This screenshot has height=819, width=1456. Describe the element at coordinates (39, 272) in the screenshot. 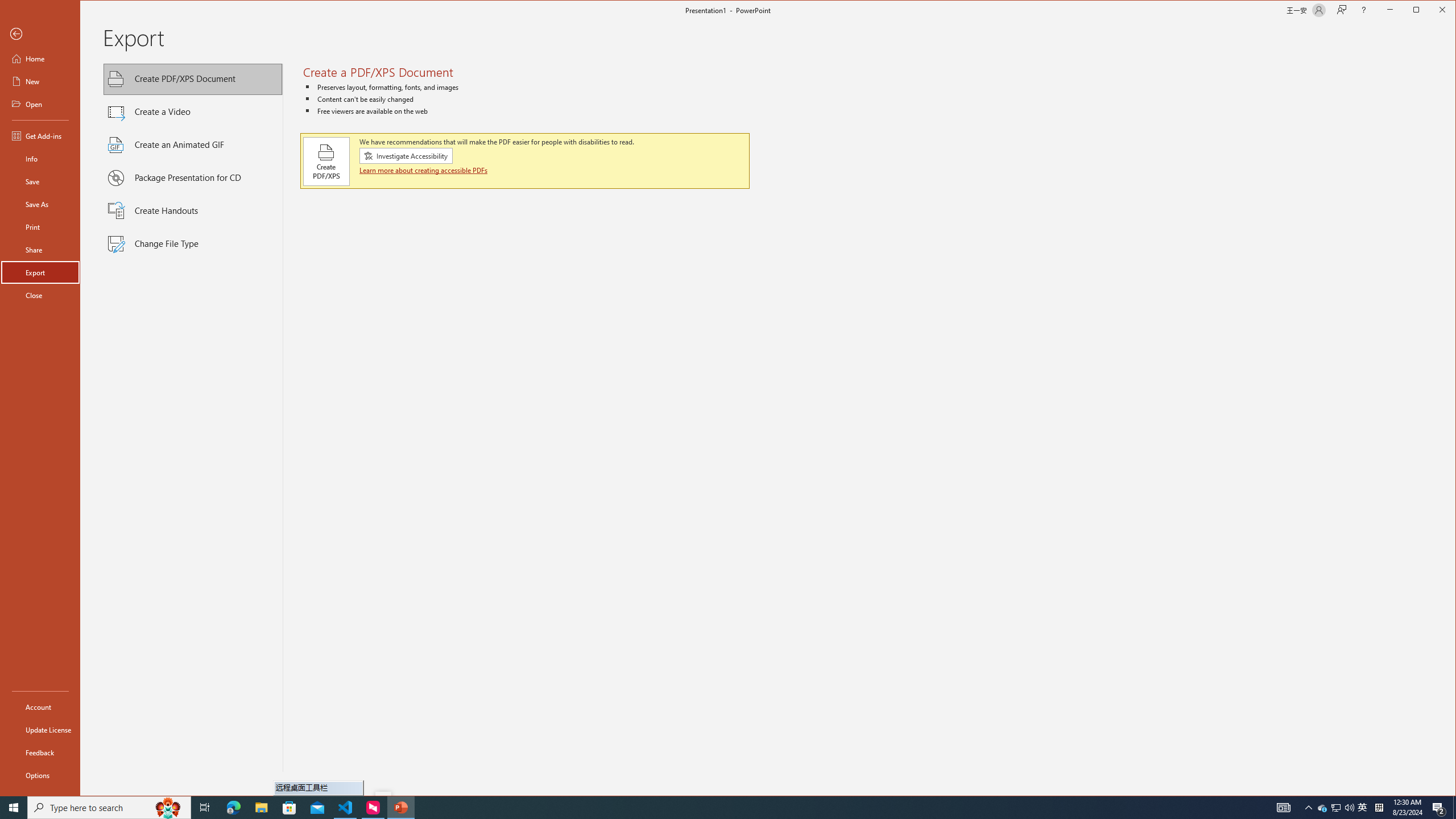

I see `'Export'` at that location.